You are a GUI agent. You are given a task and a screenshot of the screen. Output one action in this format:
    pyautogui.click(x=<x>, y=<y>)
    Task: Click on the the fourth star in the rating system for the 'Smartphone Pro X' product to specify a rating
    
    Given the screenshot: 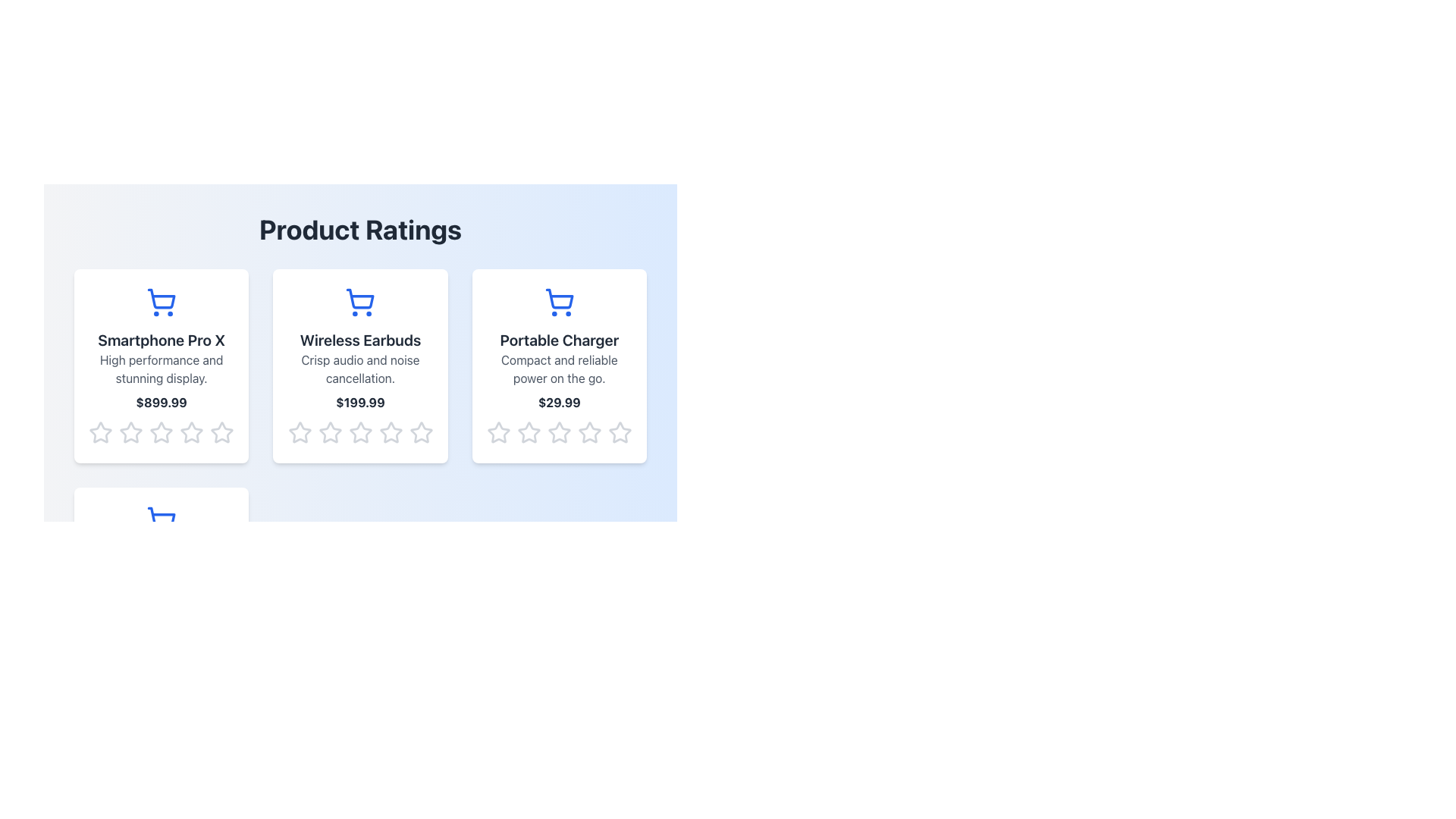 What is the action you would take?
    pyautogui.click(x=221, y=432)
    